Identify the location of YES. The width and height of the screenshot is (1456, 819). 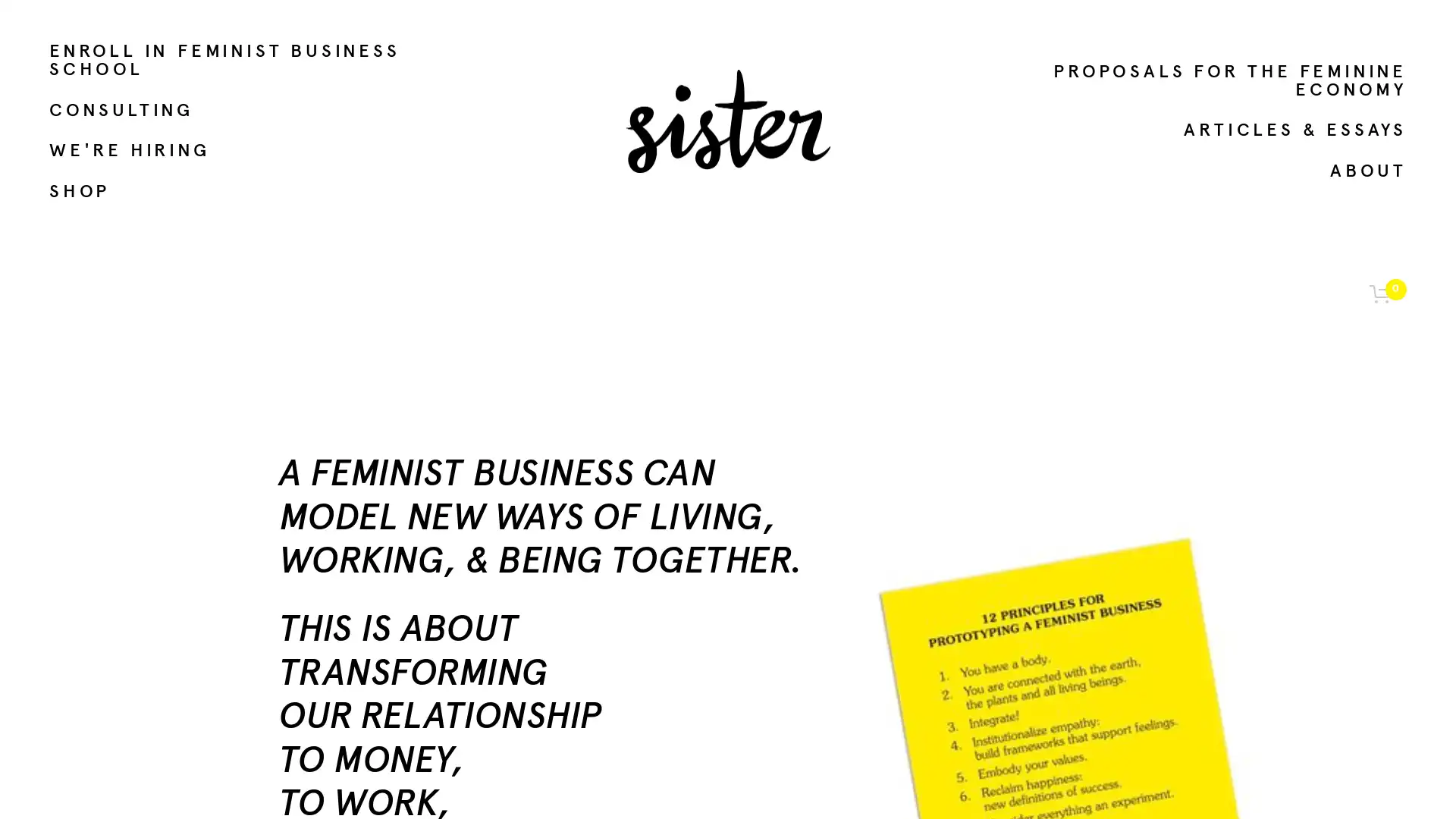
(1283, 679).